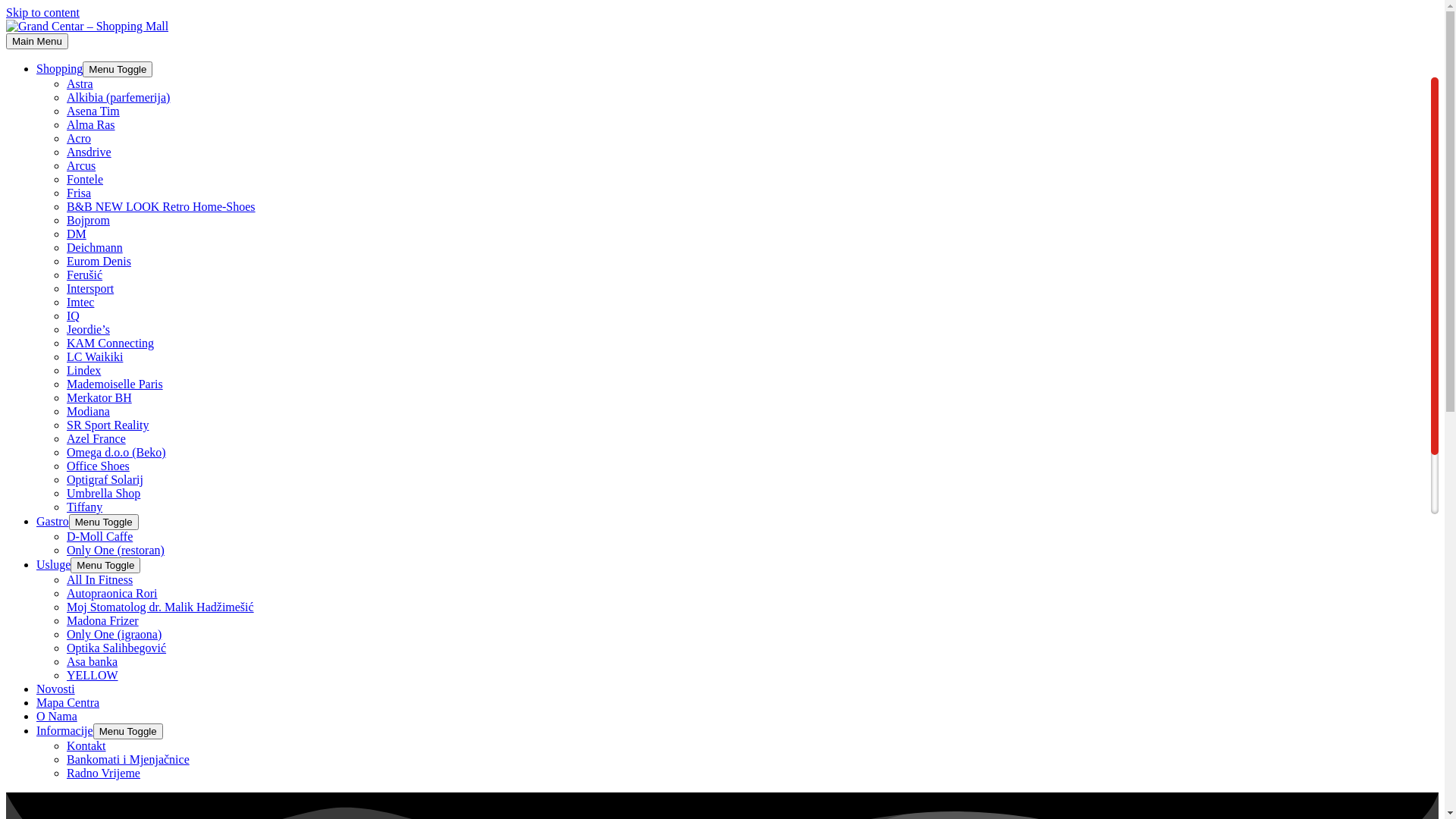 This screenshot has height=819, width=1456. What do you see at coordinates (89, 288) in the screenshot?
I see `'Intersport'` at bounding box center [89, 288].